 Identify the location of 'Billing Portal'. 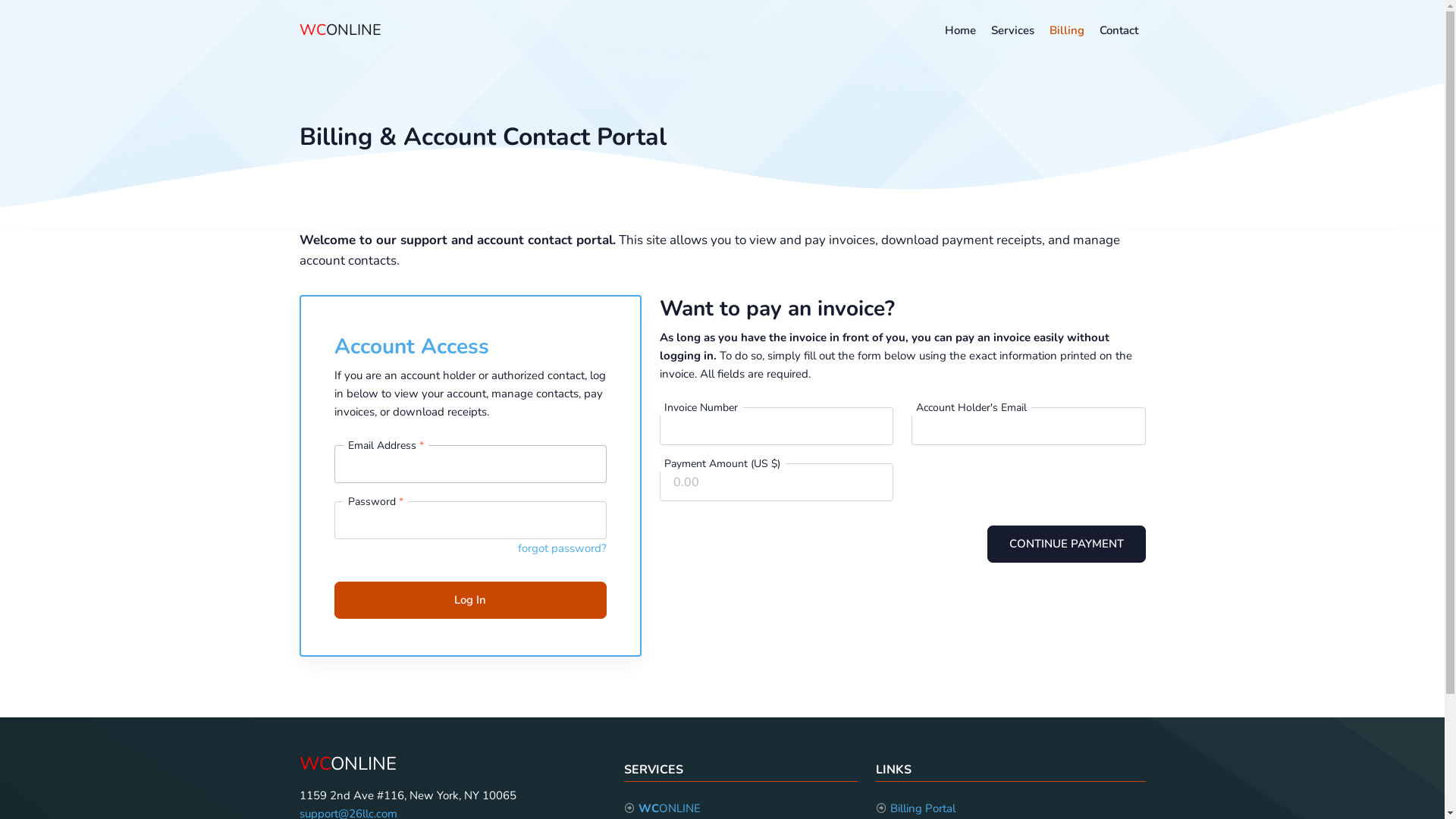
(922, 807).